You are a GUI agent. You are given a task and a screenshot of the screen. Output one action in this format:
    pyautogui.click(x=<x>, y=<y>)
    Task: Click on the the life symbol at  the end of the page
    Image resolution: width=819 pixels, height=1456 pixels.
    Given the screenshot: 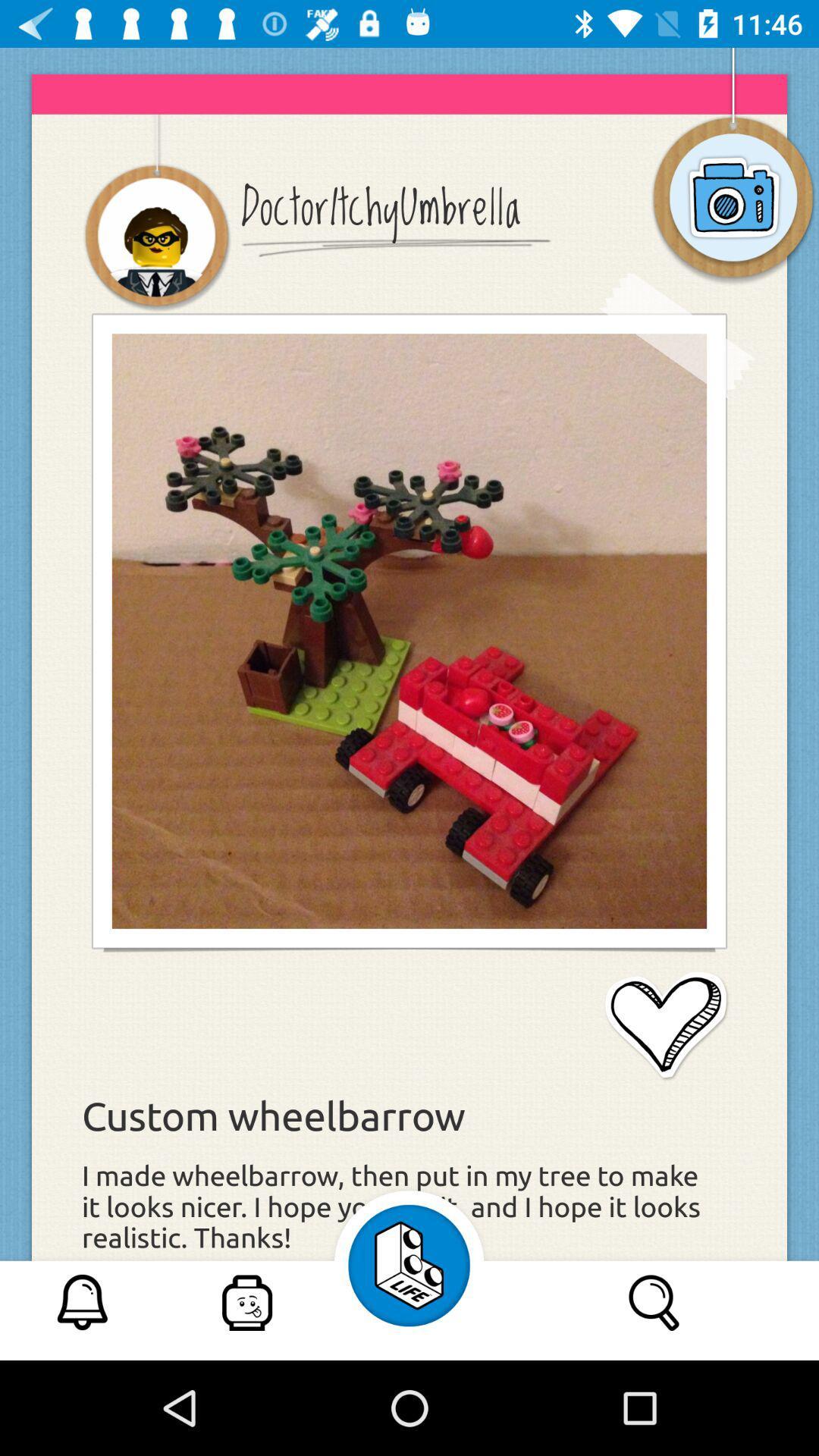 What is the action you would take?
    pyautogui.click(x=409, y=1266)
    